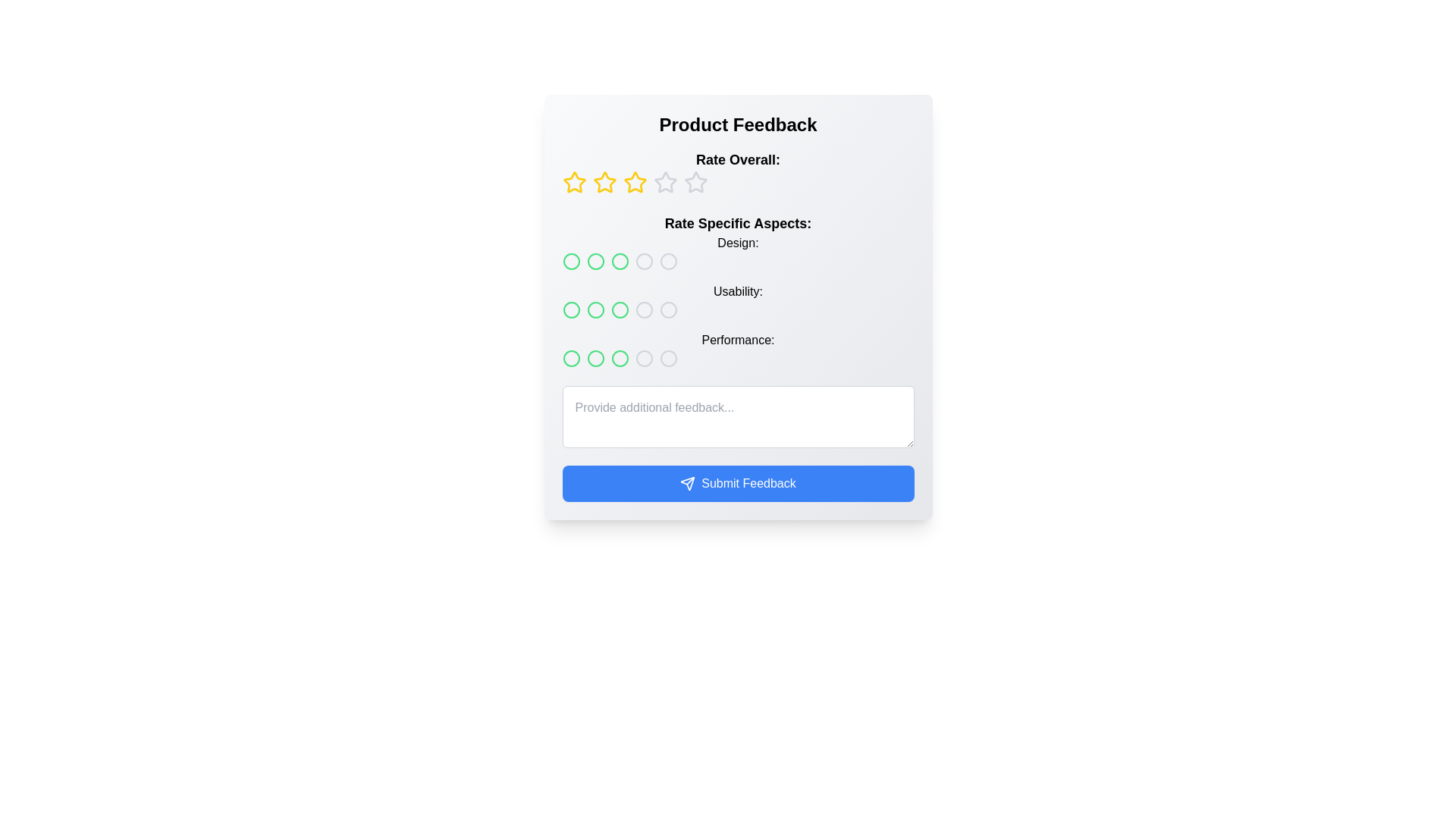 This screenshot has width=1456, height=819. What do you see at coordinates (620, 260) in the screenshot?
I see `the third interactive selectable icon (rating element) with a green outline in the 'Rate Specific Aspects' section under the 'Design' label` at bounding box center [620, 260].